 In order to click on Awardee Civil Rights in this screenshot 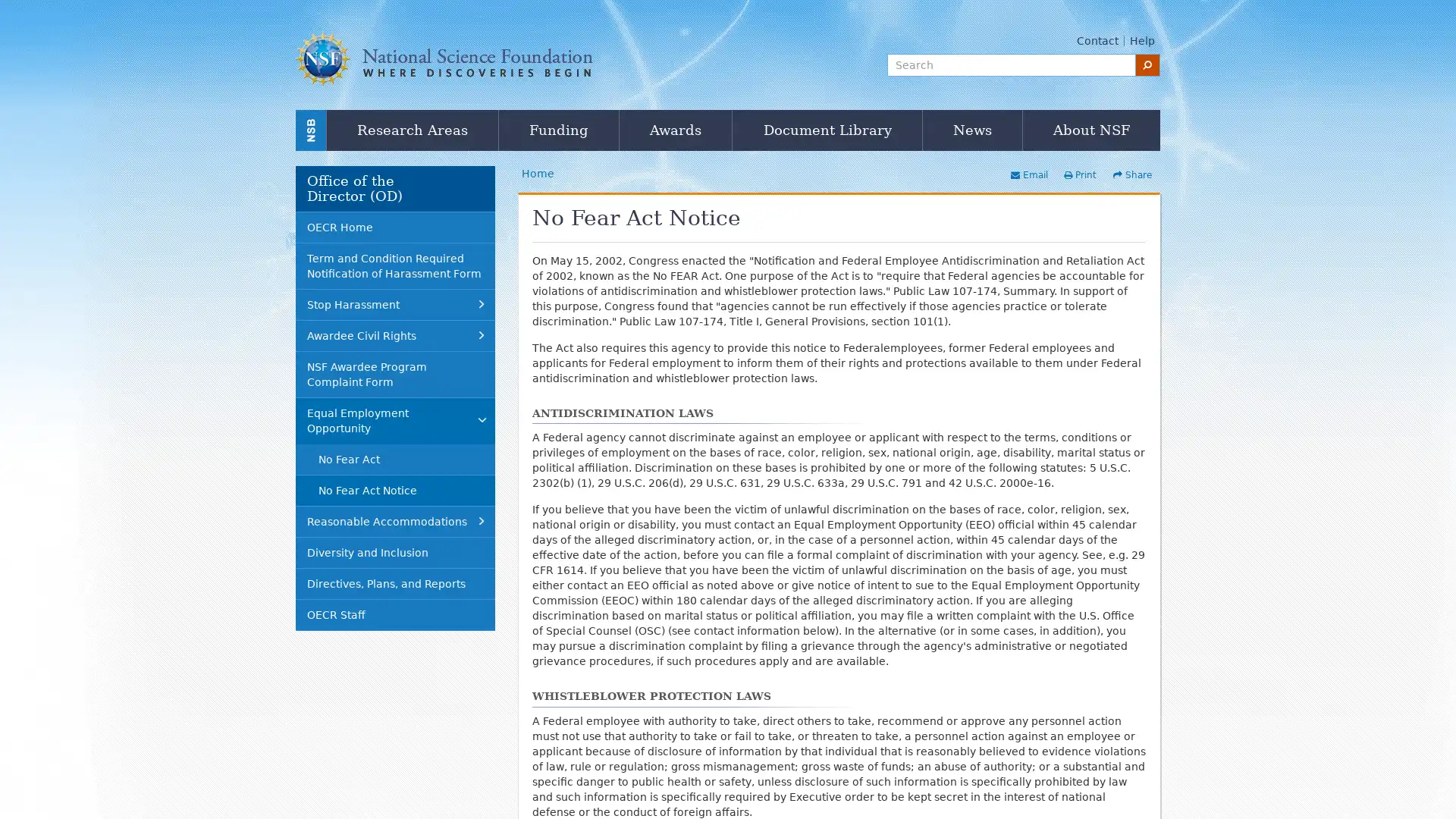, I will do `click(395, 334)`.